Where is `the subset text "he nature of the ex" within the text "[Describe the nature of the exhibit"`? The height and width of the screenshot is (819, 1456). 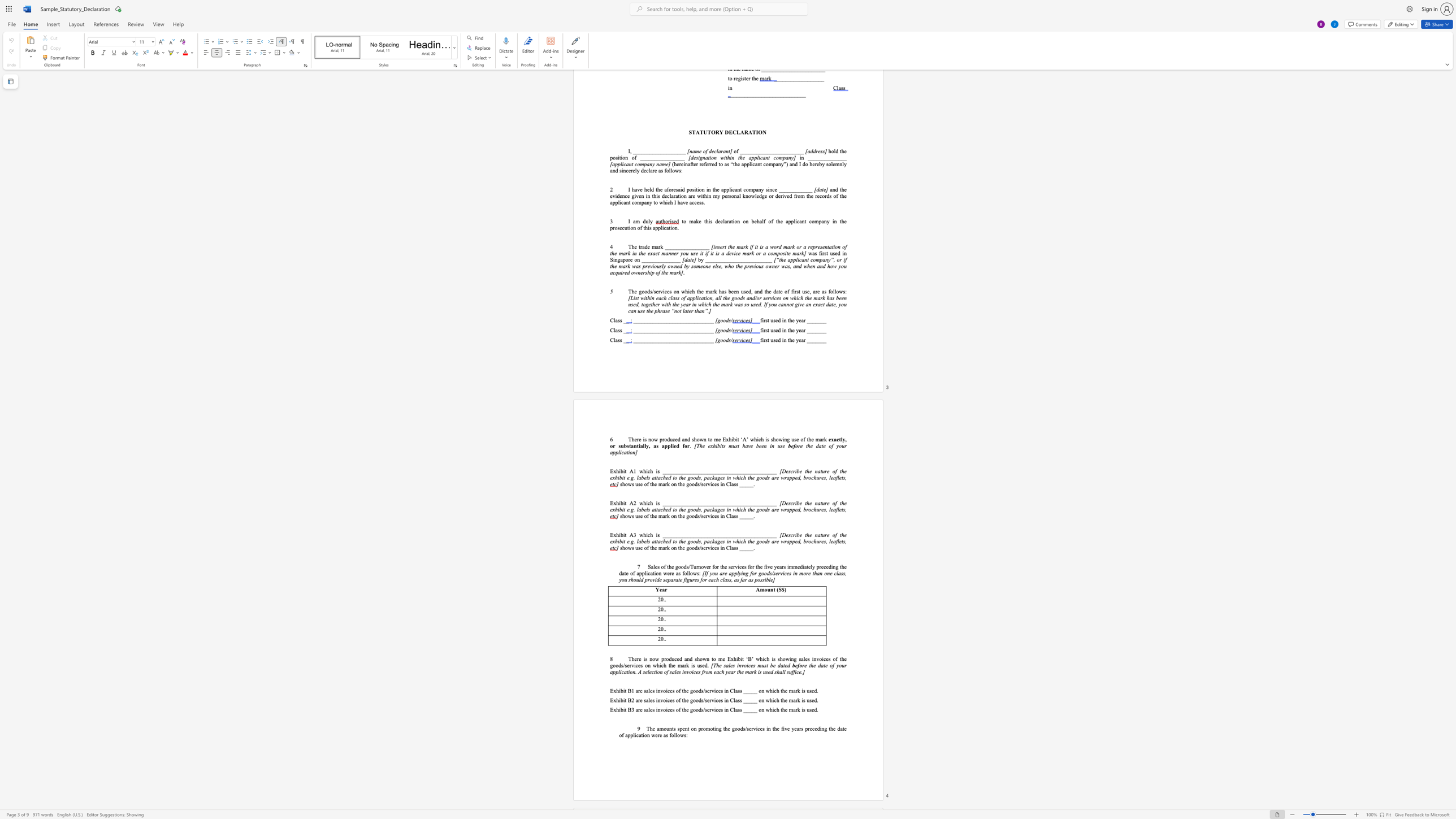 the subset text "he nature of the ex" within the text "[Describe the nature of the exhibit" is located at coordinates (807, 471).